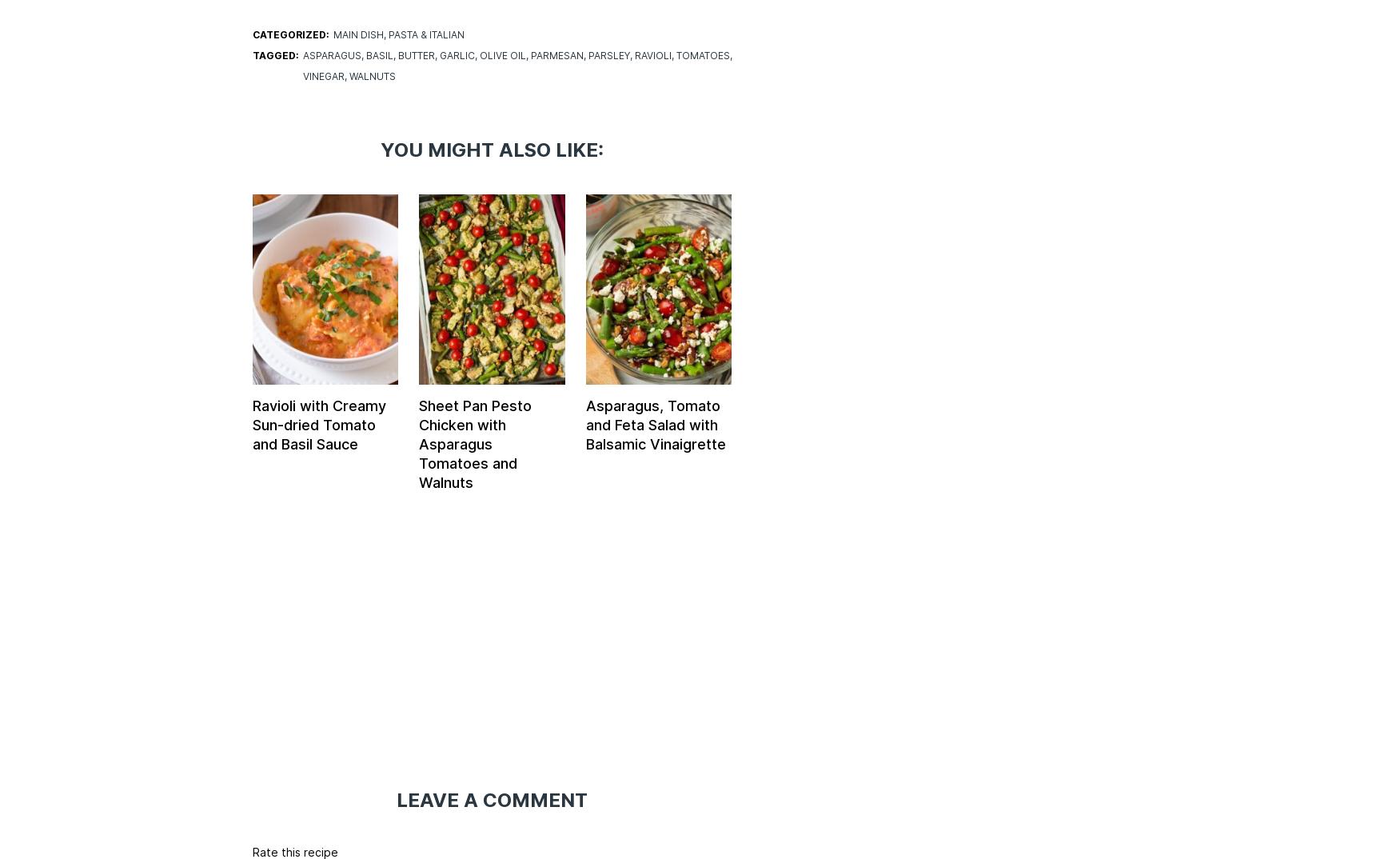 The width and height of the screenshot is (1400, 859). Describe the element at coordinates (396, 55) in the screenshot. I see `'butter'` at that location.